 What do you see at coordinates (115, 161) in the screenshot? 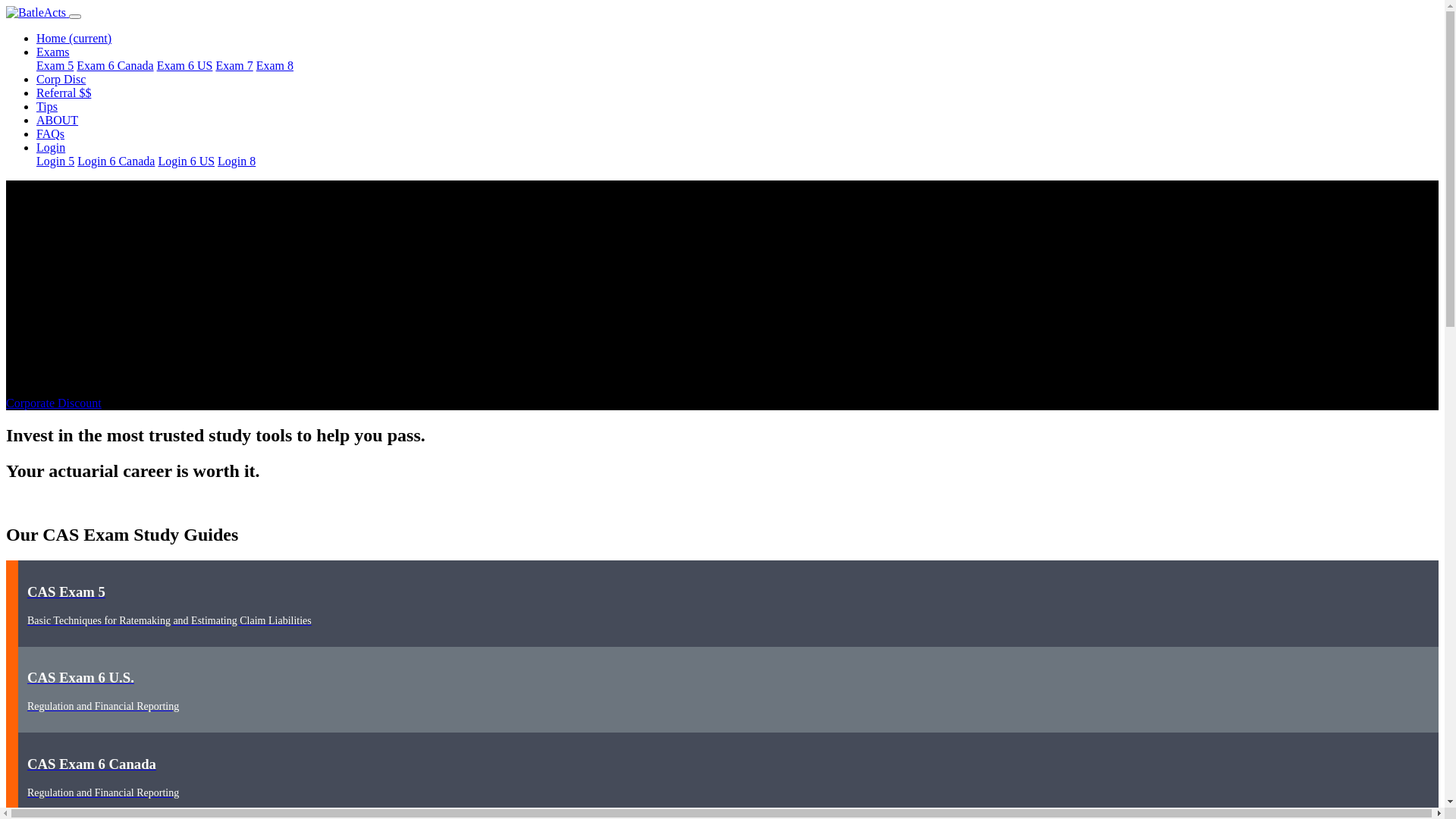
I see `'Login 6 Canada'` at bounding box center [115, 161].